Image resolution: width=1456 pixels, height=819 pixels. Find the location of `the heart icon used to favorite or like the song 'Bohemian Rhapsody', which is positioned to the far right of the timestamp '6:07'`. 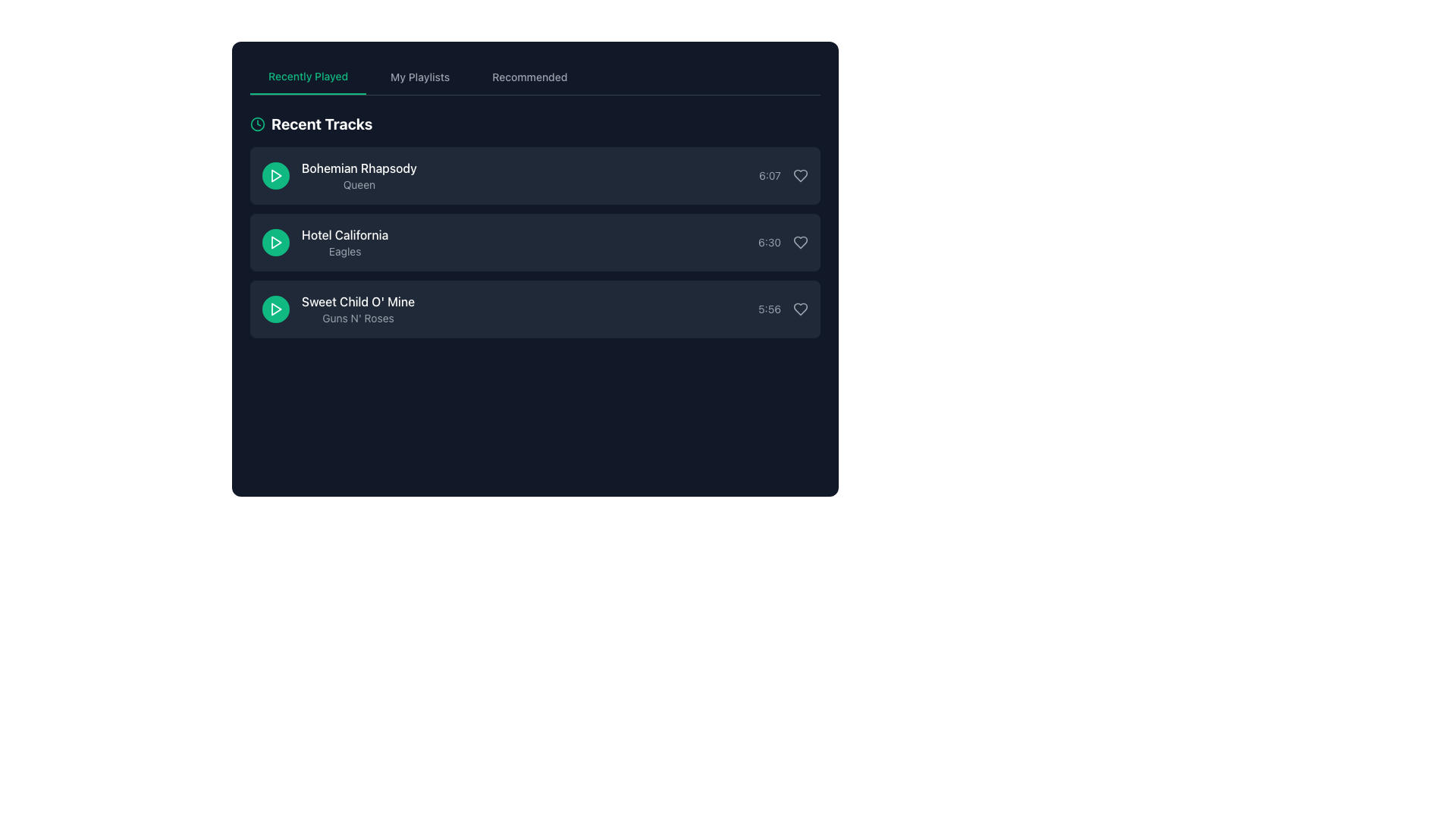

the heart icon used to favorite or like the song 'Bohemian Rhapsody', which is positioned to the far right of the timestamp '6:07' is located at coordinates (800, 174).